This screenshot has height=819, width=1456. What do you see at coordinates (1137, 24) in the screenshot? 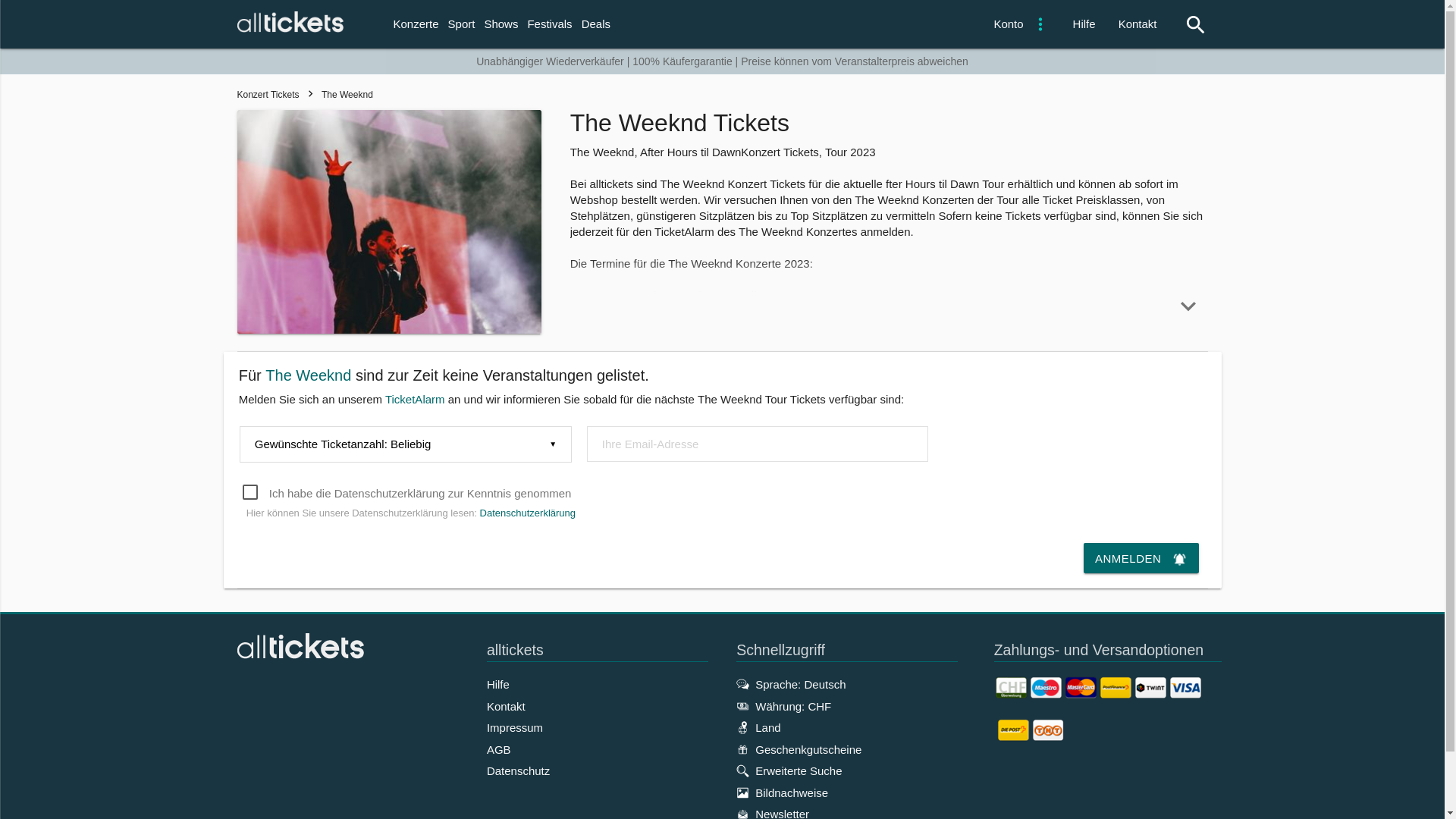
I see `'Kontakt'` at bounding box center [1137, 24].